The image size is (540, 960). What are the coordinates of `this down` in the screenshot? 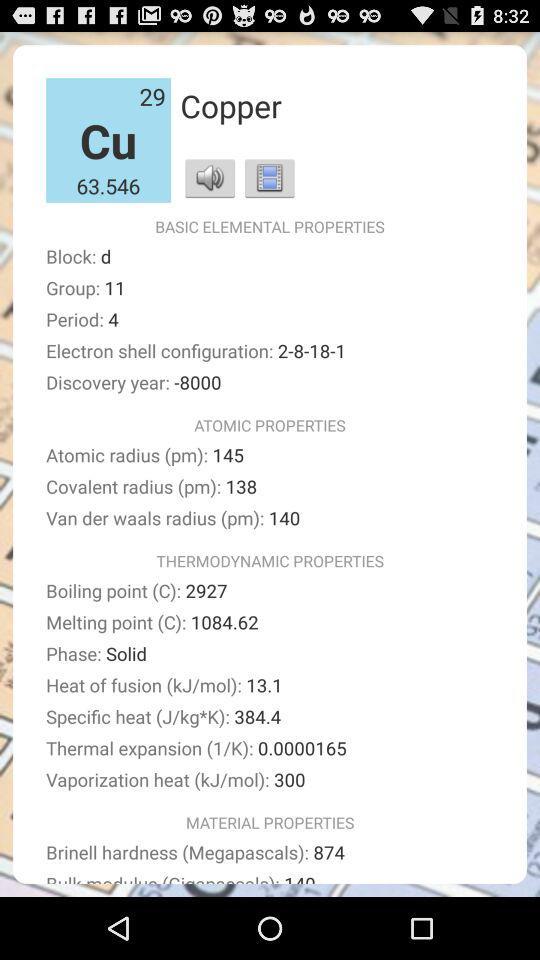 It's located at (269, 176).